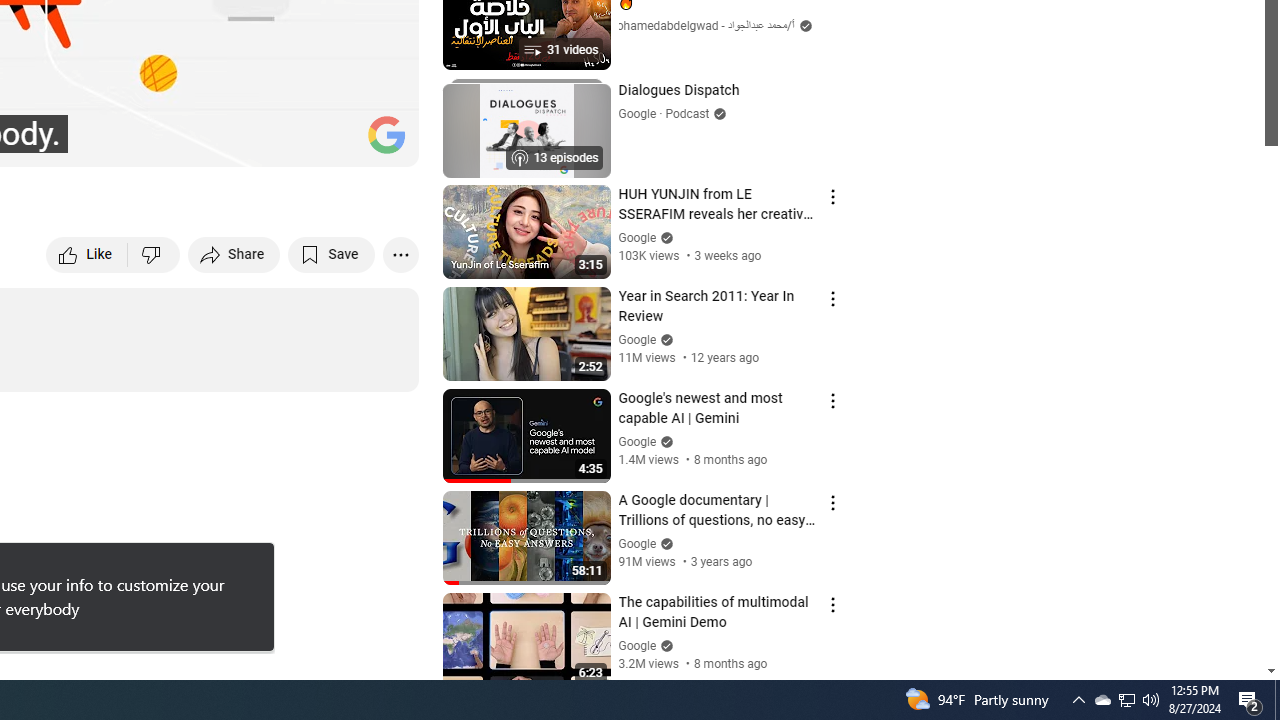  What do you see at coordinates (86, 253) in the screenshot?
I see `'Like'` at bounding box center [86, 253].